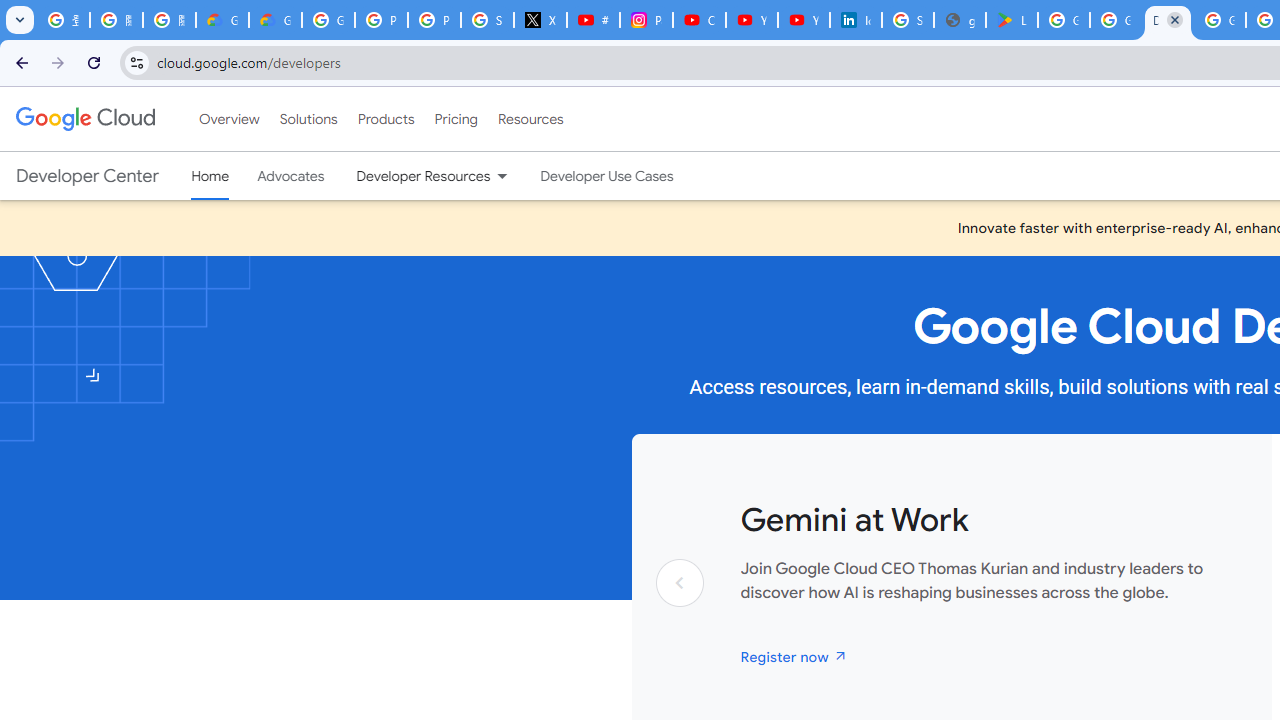 The height and width of the screenshot is (720, 1280). What do you see at coordinates (454, 119) in the screenshot?
I see `'Pricing'` at bounding box center [454, 119].